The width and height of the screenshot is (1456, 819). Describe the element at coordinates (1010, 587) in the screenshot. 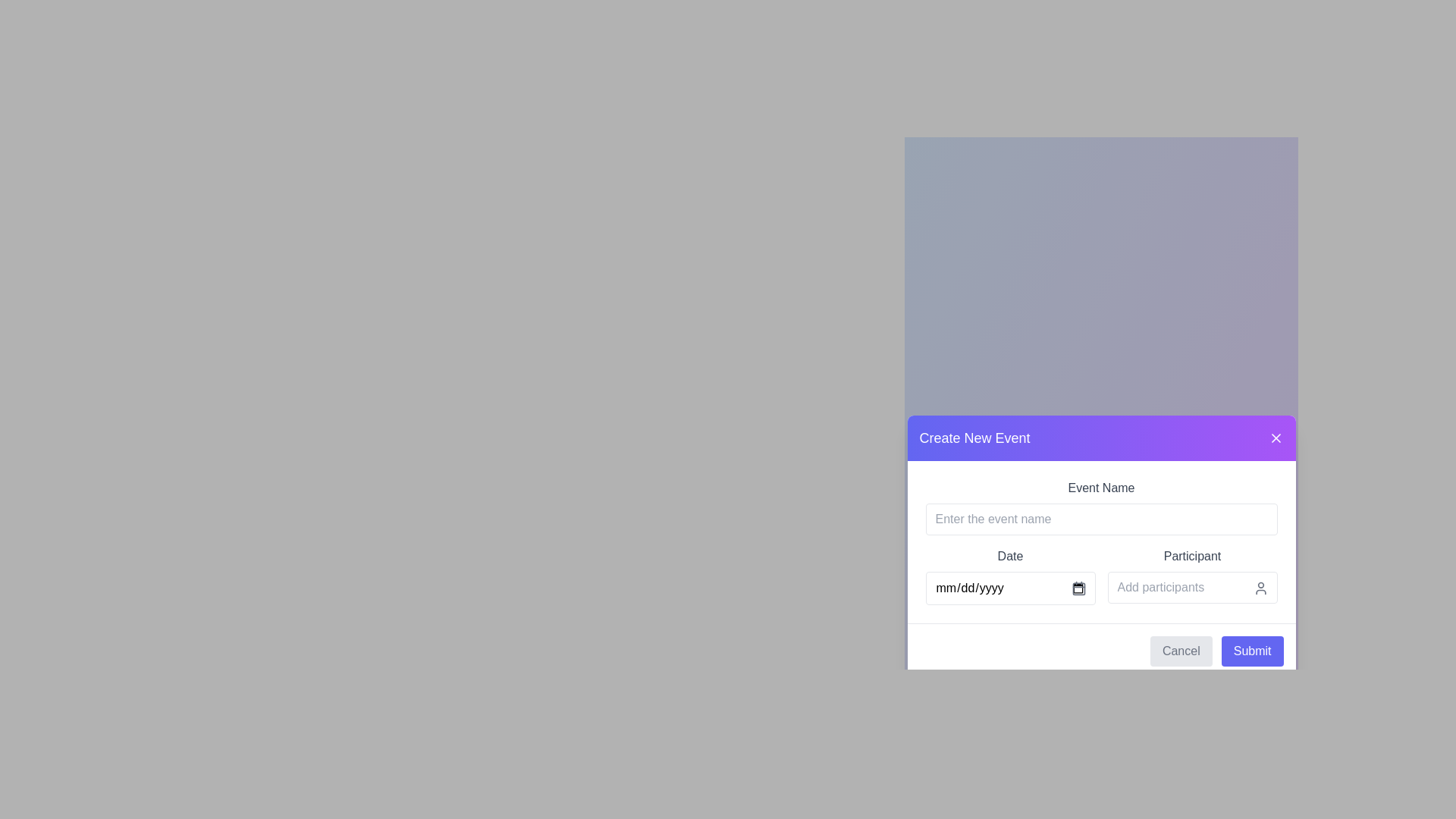

I see `the Date input field within the 'Create New Event' dialog` at that location.